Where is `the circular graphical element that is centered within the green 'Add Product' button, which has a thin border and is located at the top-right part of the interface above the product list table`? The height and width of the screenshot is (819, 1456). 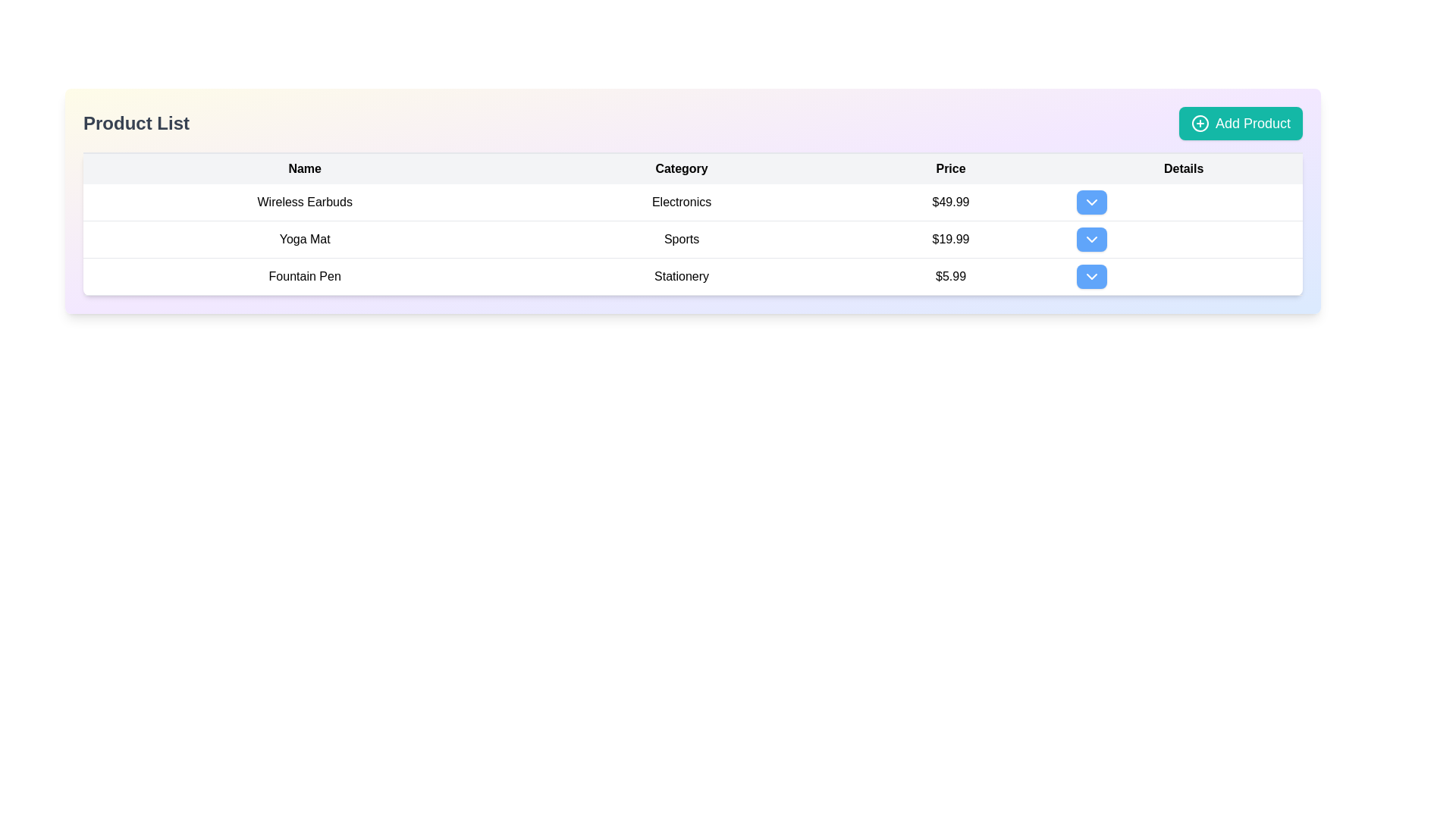
the circular graphical element that is centered within the green 'Add Product' button, which has a thin border and is located at the top-right part of the interface above the product list table is located at coordinates (1199, 122).